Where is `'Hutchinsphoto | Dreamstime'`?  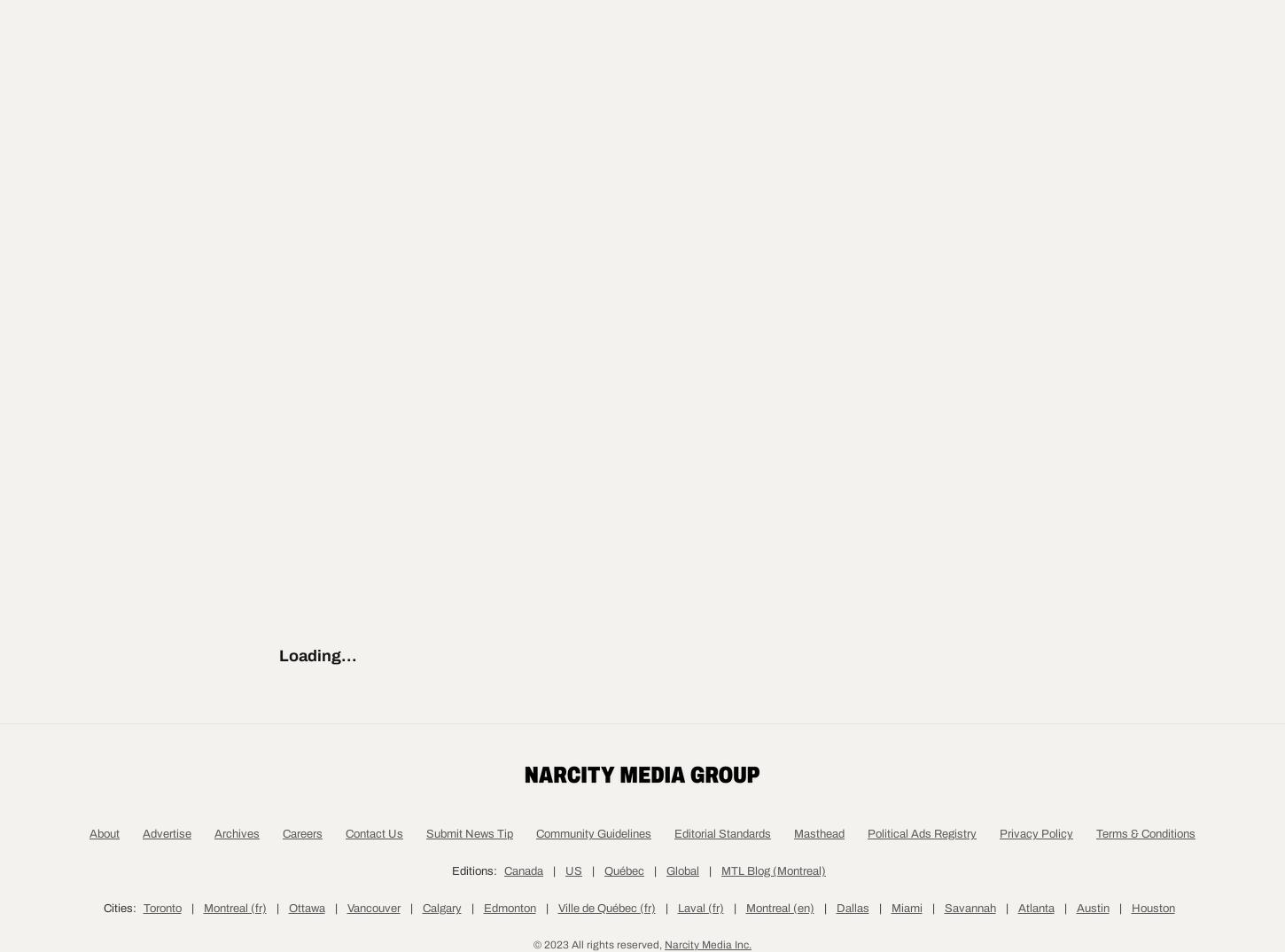
'Hutchinsphoto | Dreamstime' is located at coordinates (383, 412).